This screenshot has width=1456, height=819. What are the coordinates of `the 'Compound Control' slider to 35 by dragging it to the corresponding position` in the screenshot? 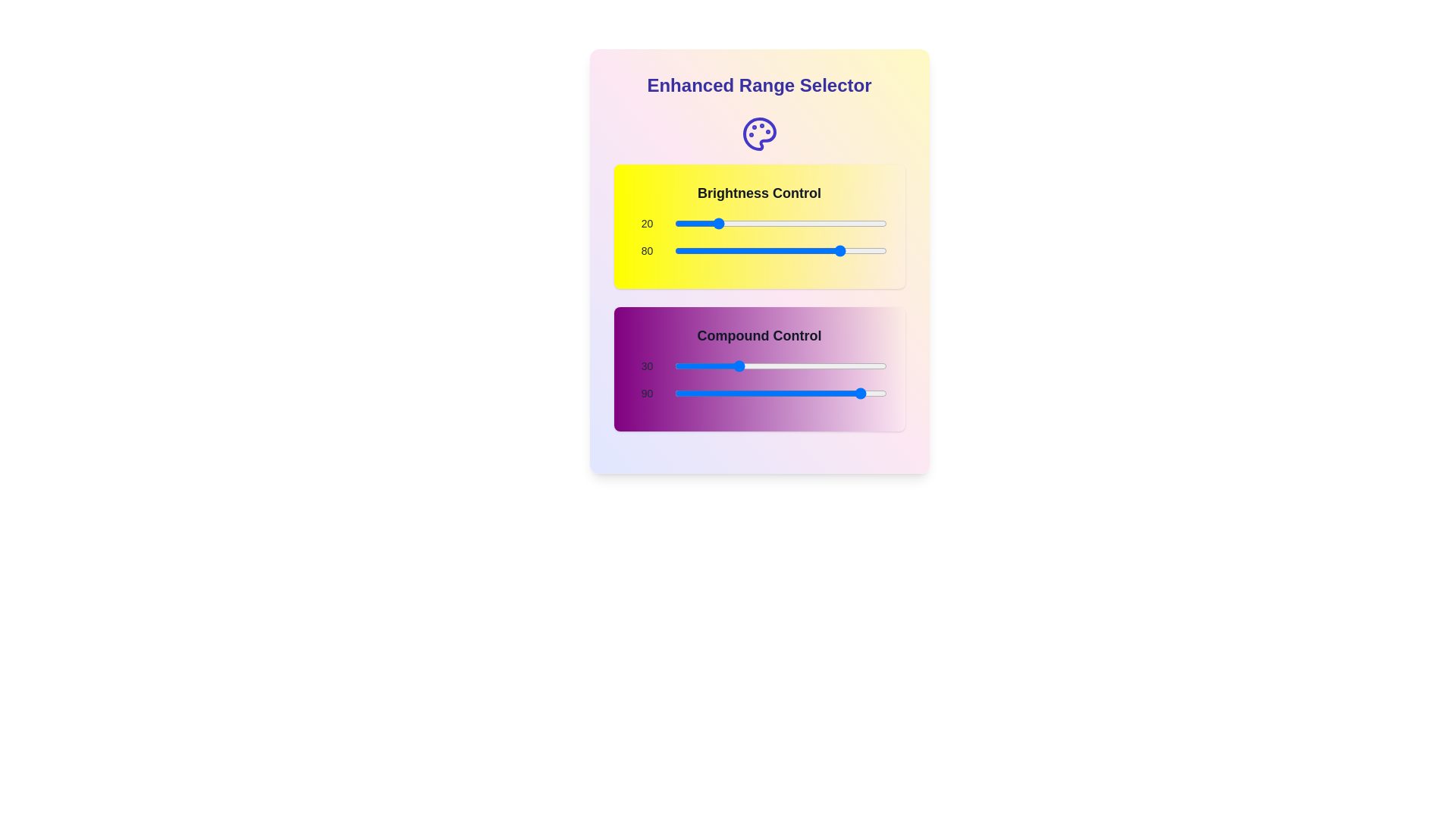 It's located at (747, 366).